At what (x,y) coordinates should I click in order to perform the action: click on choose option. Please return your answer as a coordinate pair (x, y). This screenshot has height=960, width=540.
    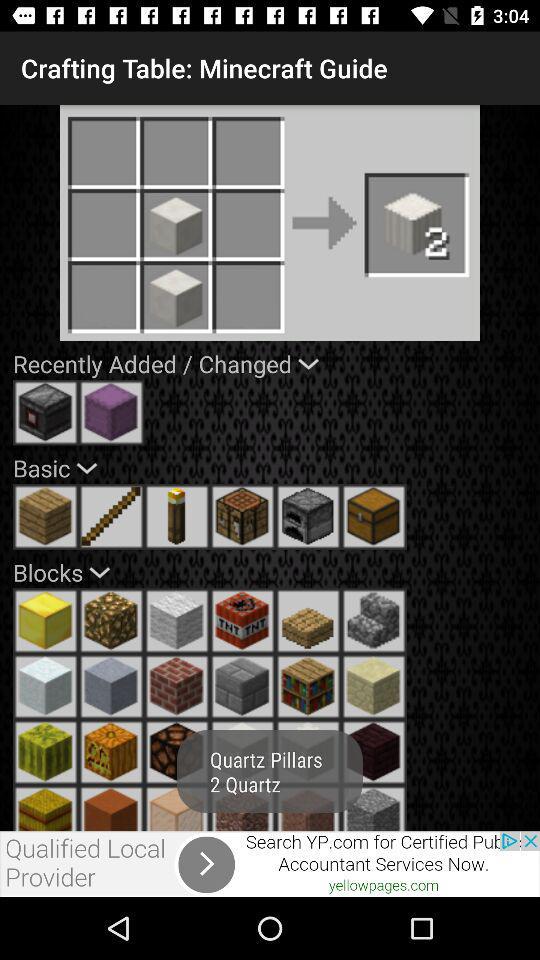
    Looking at the image, I should click on (111, 808).